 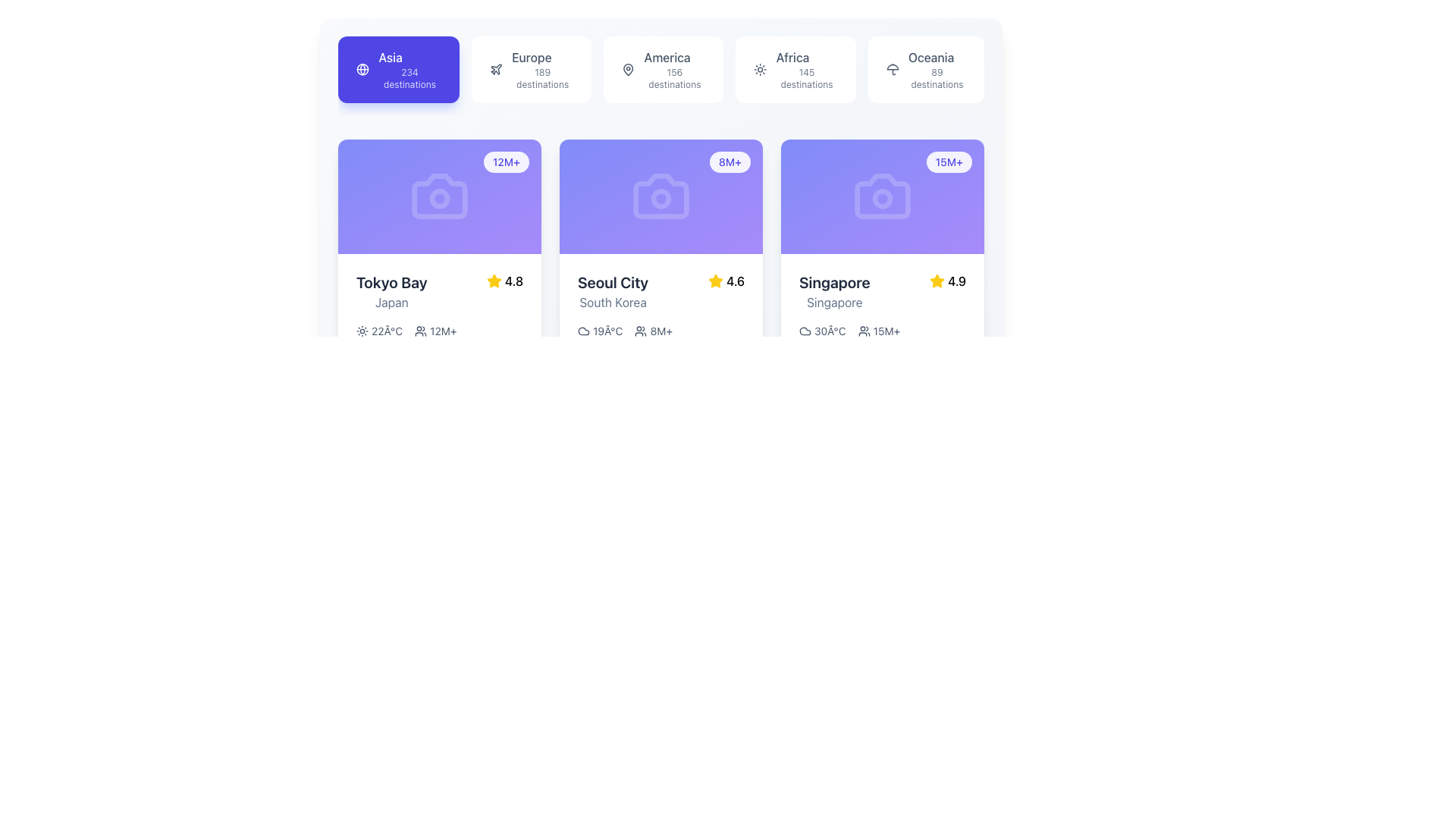 What do you see at coordinates (661, 70) in the screenshot?
I see `the 'America' category card, which is the third item in a horizontally arranged row of navigation cards` at bounding box center [661, 70].